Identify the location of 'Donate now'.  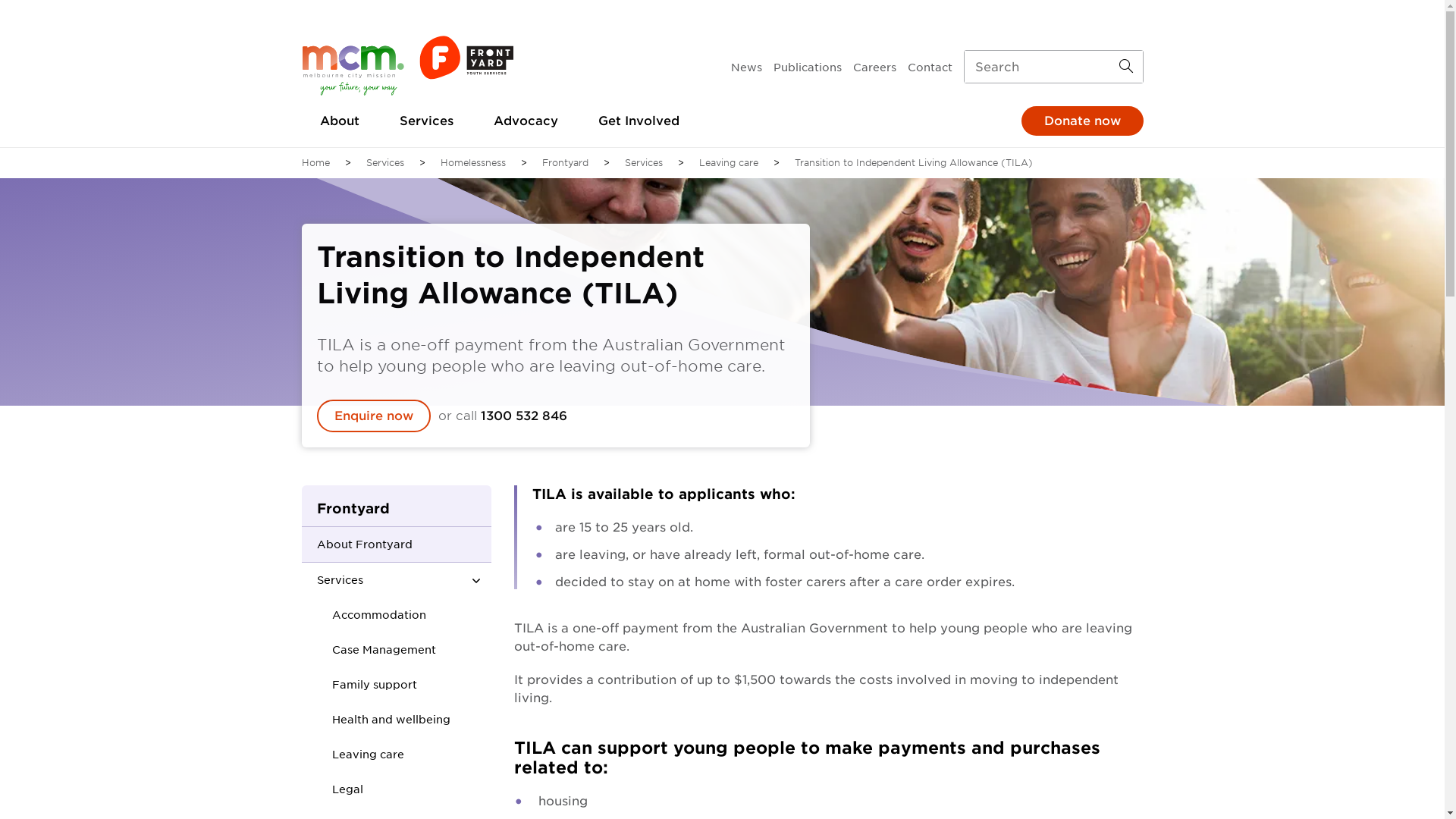
(1020, 120).